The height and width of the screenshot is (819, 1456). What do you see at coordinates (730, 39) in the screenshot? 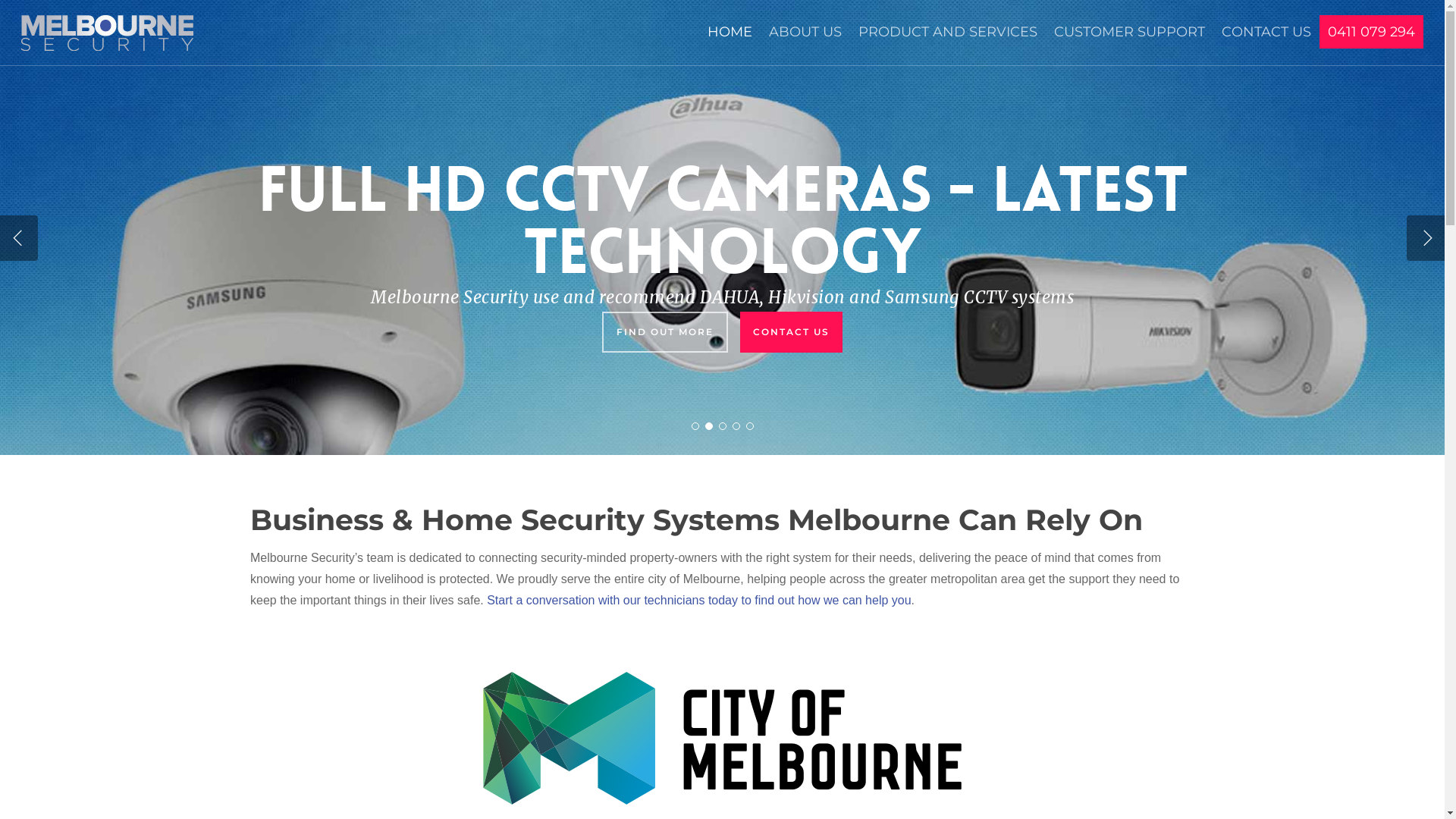
I see `'HOME'` at bounding box center [730, 39].